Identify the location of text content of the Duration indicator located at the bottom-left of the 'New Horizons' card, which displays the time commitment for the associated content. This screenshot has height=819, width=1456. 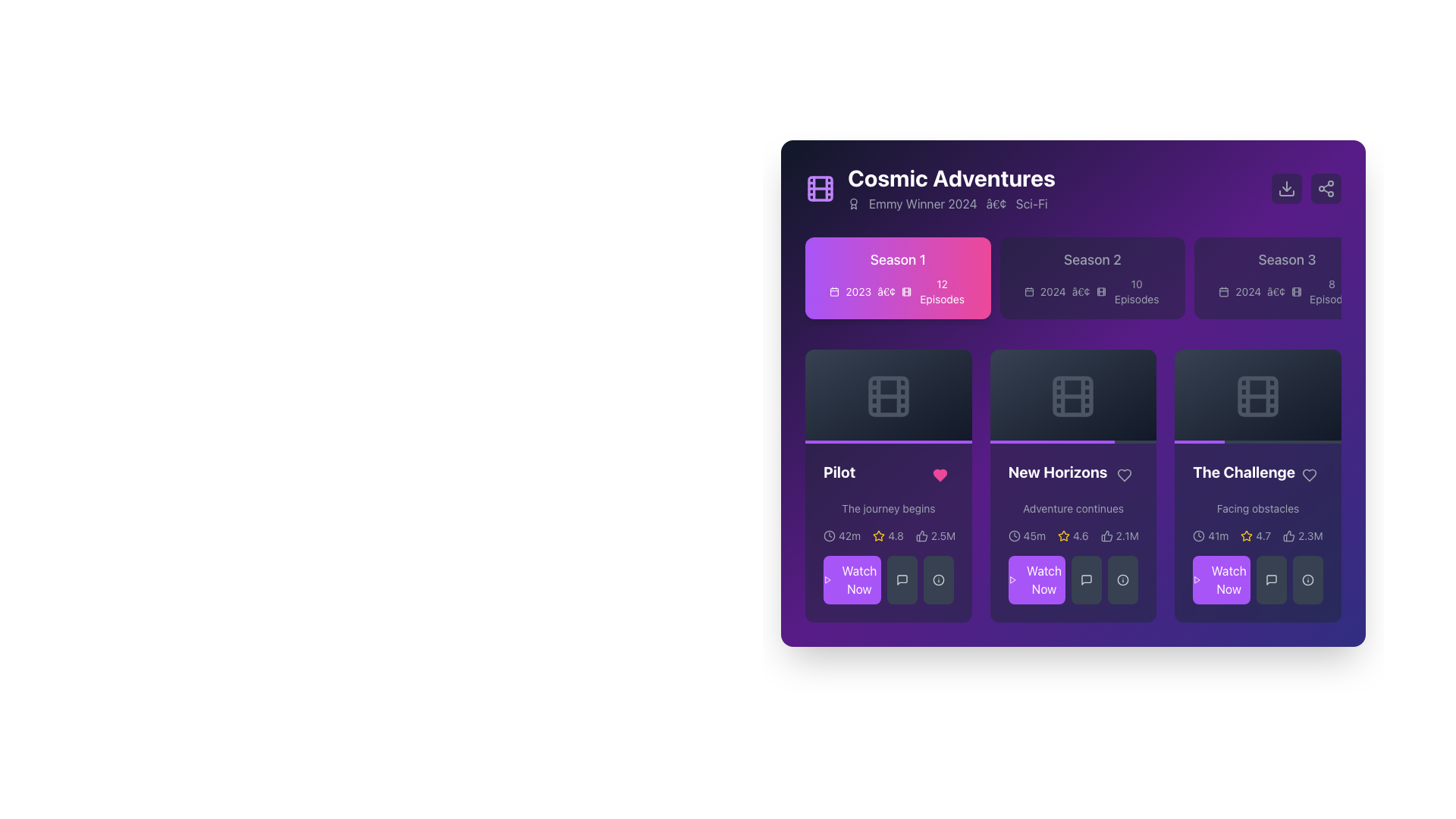
(1027, 535).